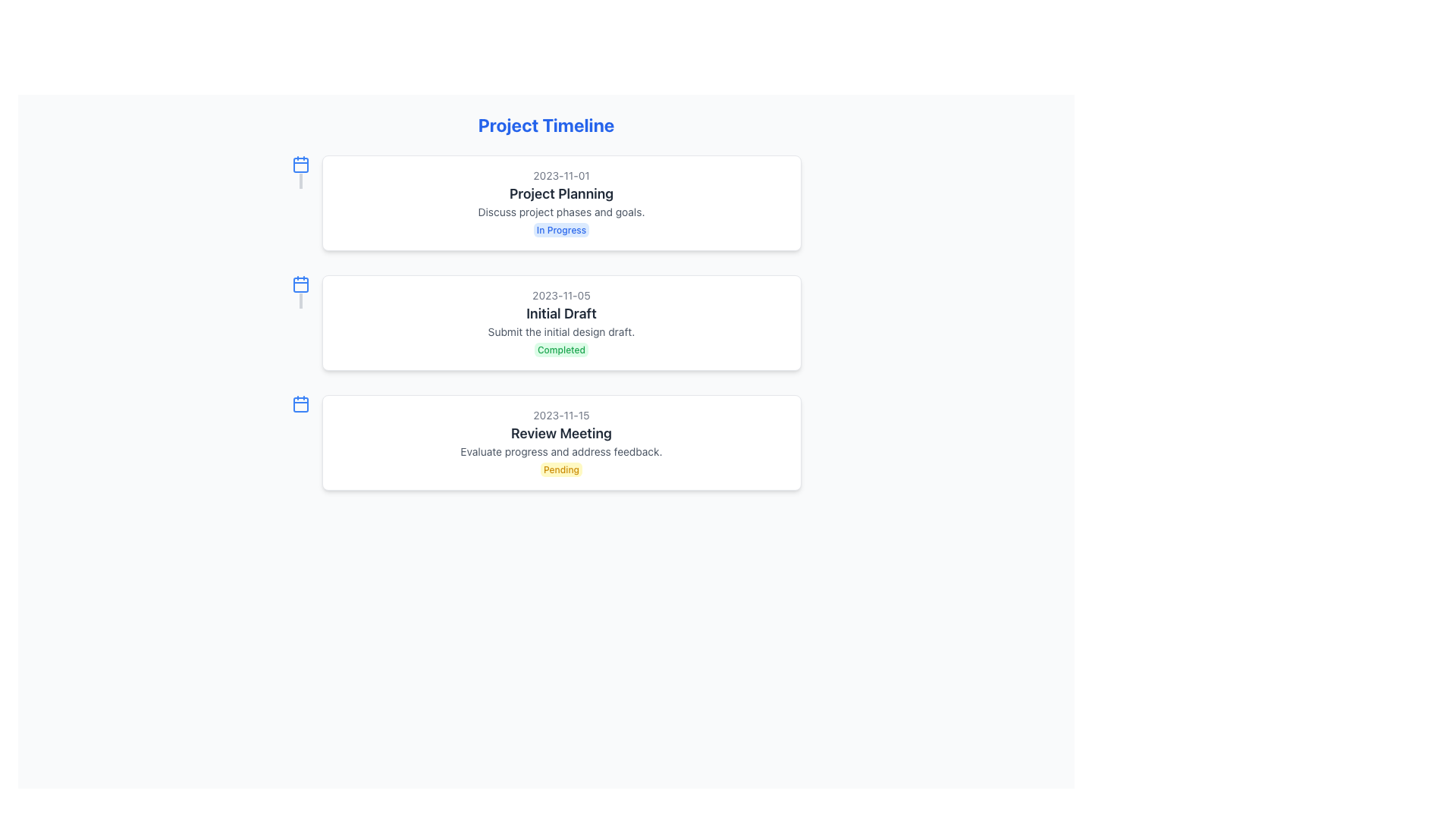 Image resolution: width=1456 pixels, height=819 pixels. Describe the element at coordinates (300, 403) in the screenshot. I see `the calendar icon with blue strokes located on the left side of the 'Review Meeting' section, aligned to the left of the text content in the vertical timeline` at that location.